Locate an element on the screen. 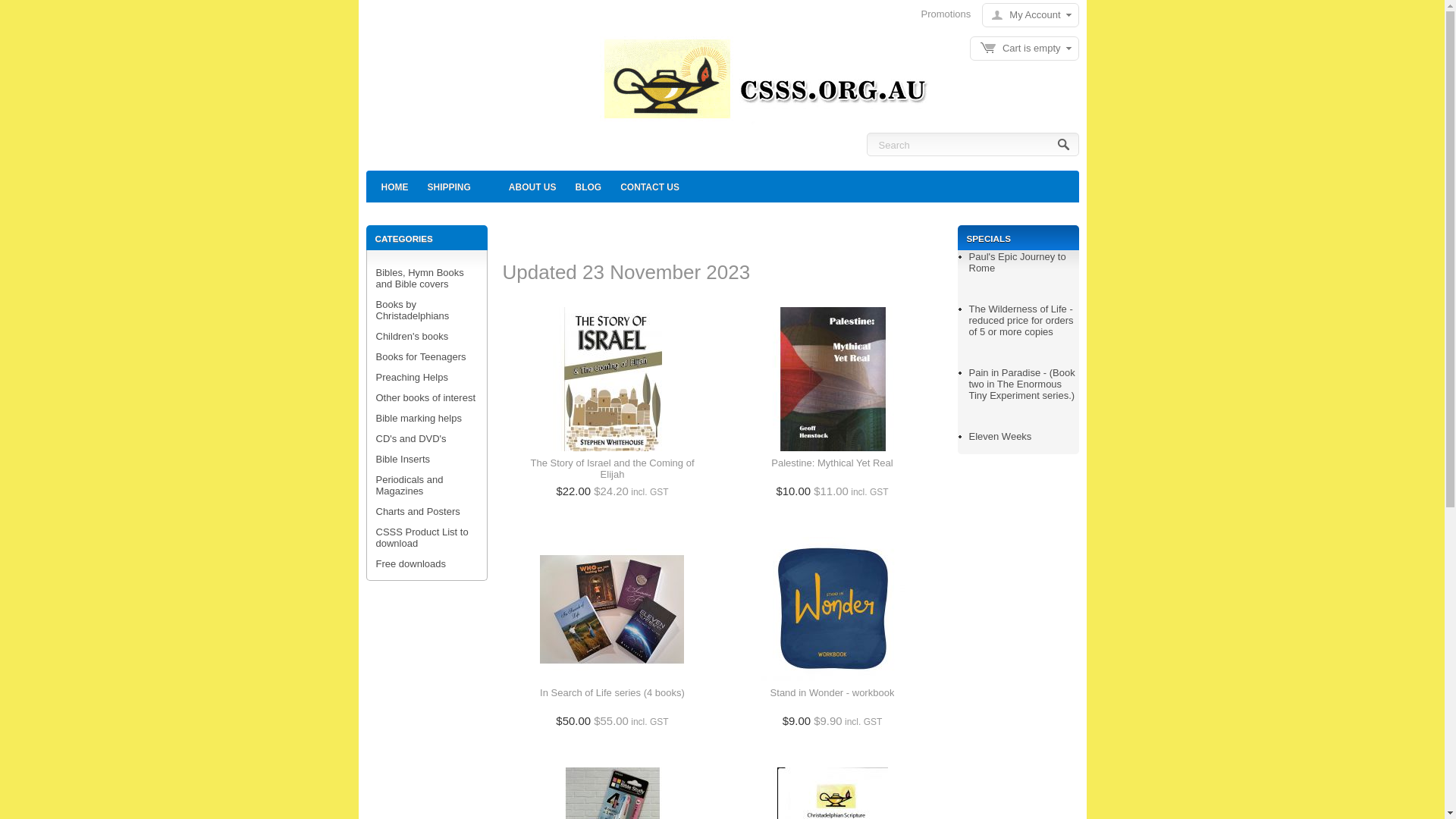  'HOME' is located at coordinates (394, 186).